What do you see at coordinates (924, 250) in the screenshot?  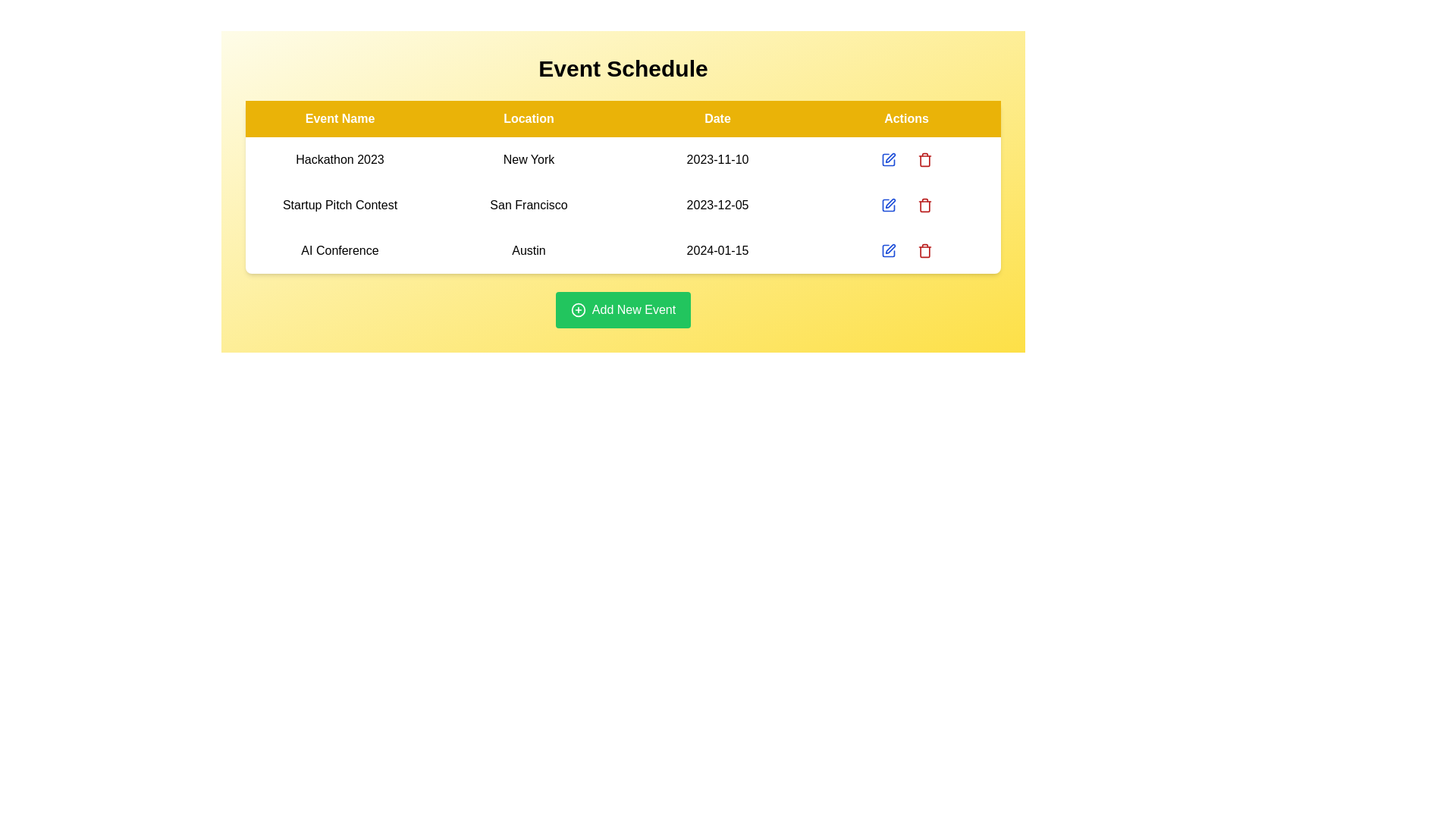 I see `the event corresponding to the row labeled AI Conference` at bounding box center [924, 250].